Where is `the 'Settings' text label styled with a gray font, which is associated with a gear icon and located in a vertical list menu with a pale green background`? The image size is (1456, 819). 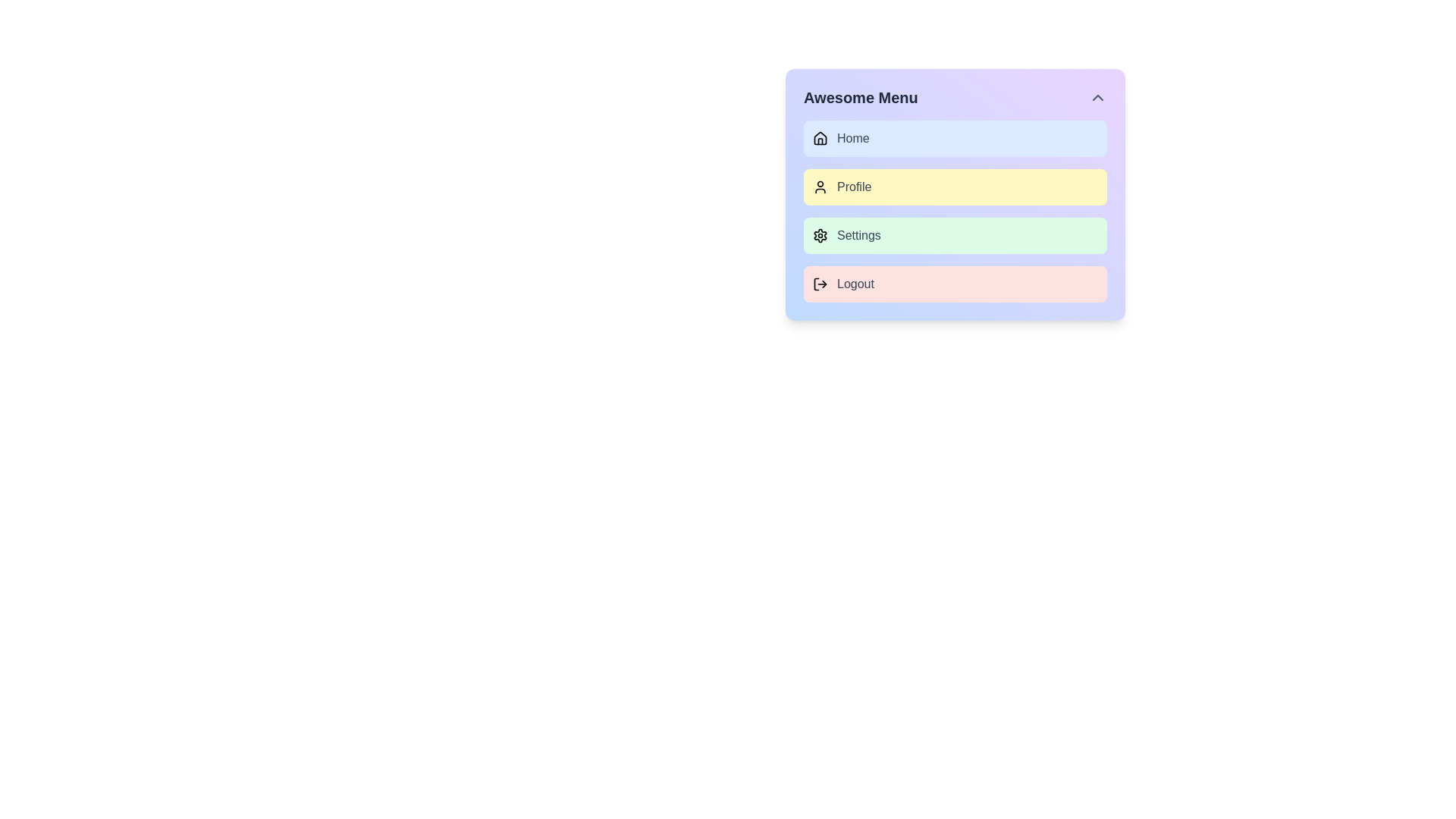
the 'Settings' text label styled with a gray font, which is associated with a gear icon and located in a vertical list menu with a pale green background is located at coordinates (858, 236).